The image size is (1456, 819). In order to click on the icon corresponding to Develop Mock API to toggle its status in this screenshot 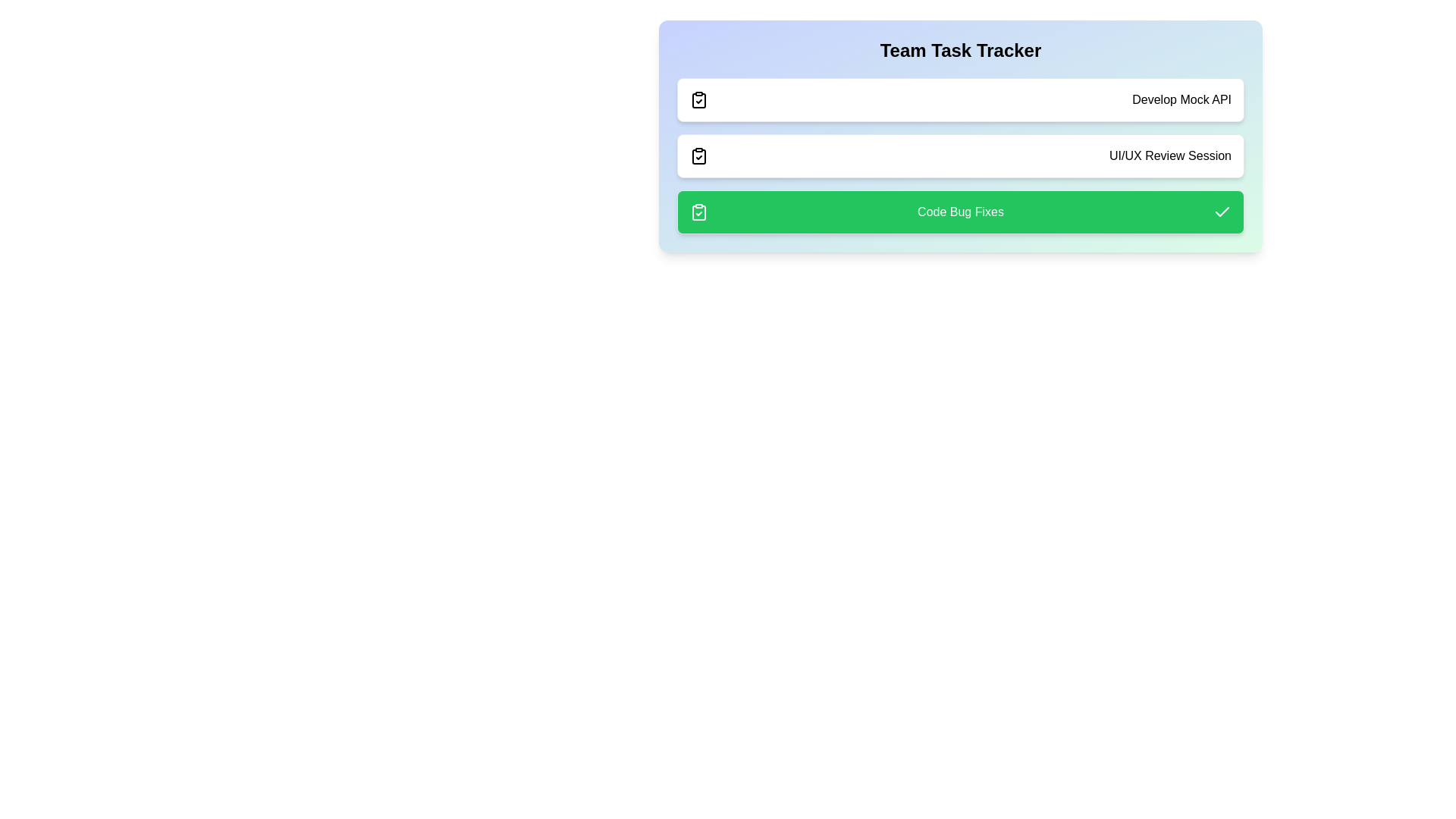, I will do `click(698, 99)`.